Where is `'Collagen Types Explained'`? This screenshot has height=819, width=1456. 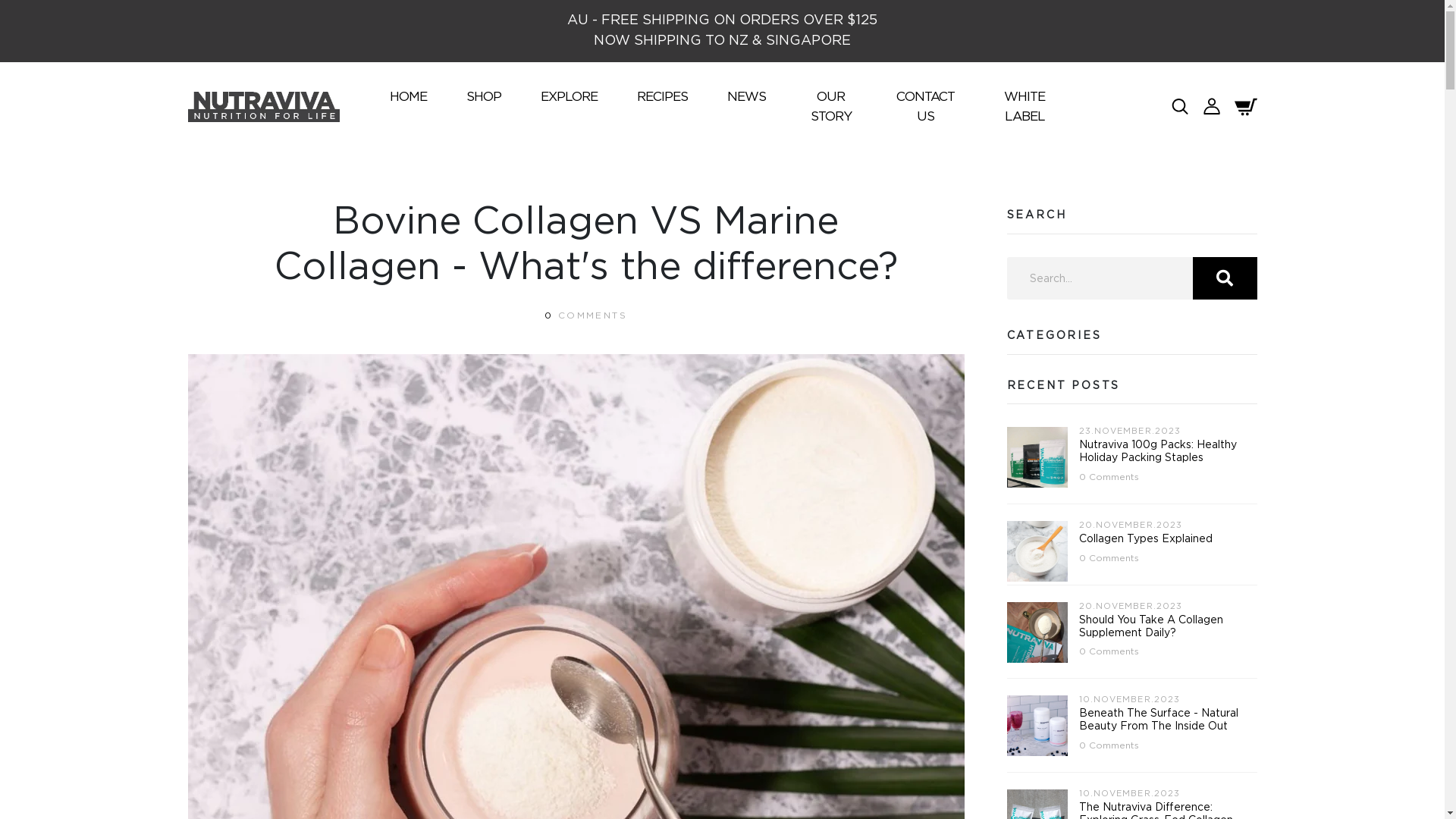
'Collagen Types Explained' is located at coordinates (1077, 538).